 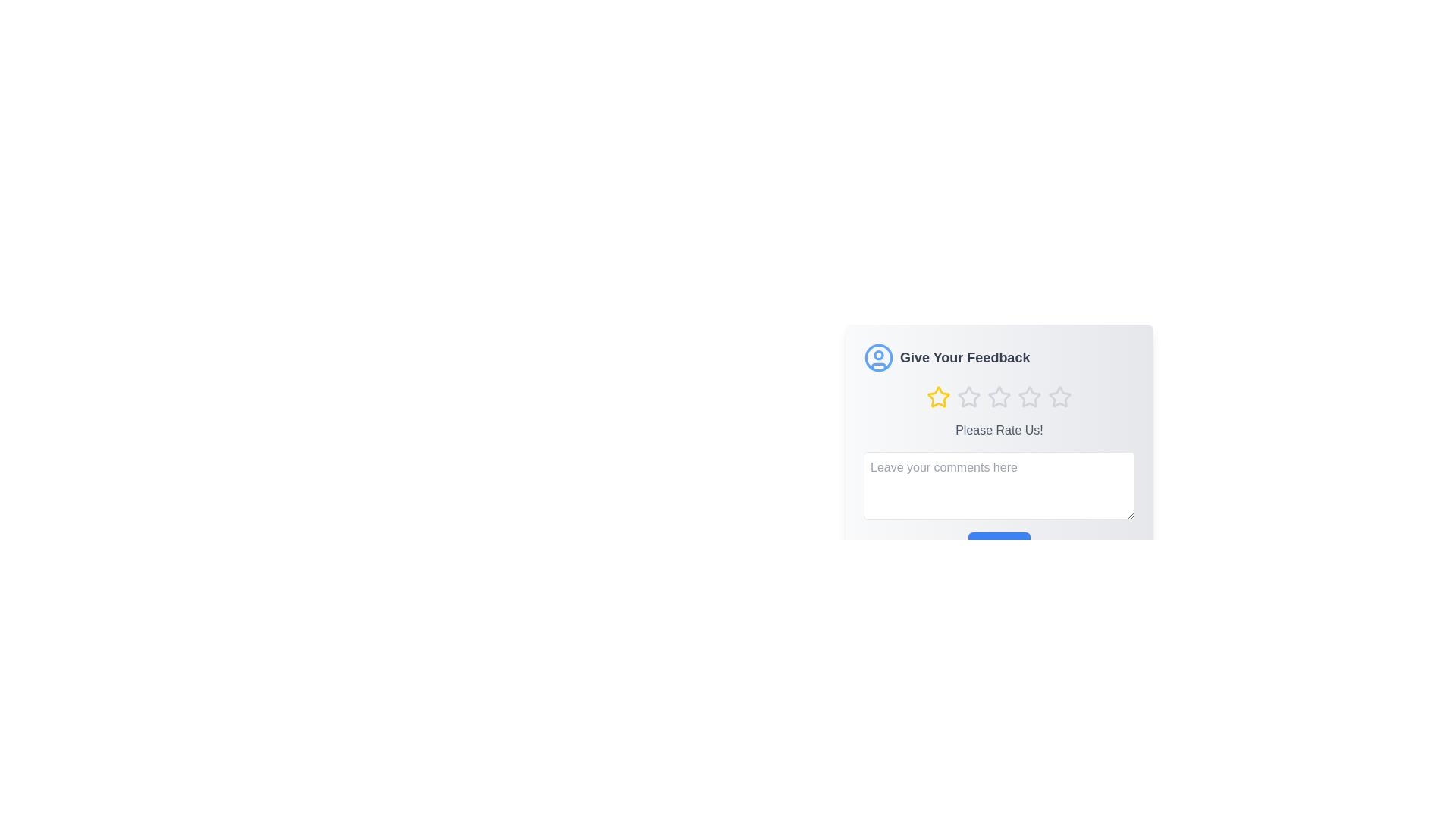 I want to click on the circular graphical element located inside the user avatar icon, which is positioned to the left of the text 'Give Your Feedback', so click(x=878, y=357).